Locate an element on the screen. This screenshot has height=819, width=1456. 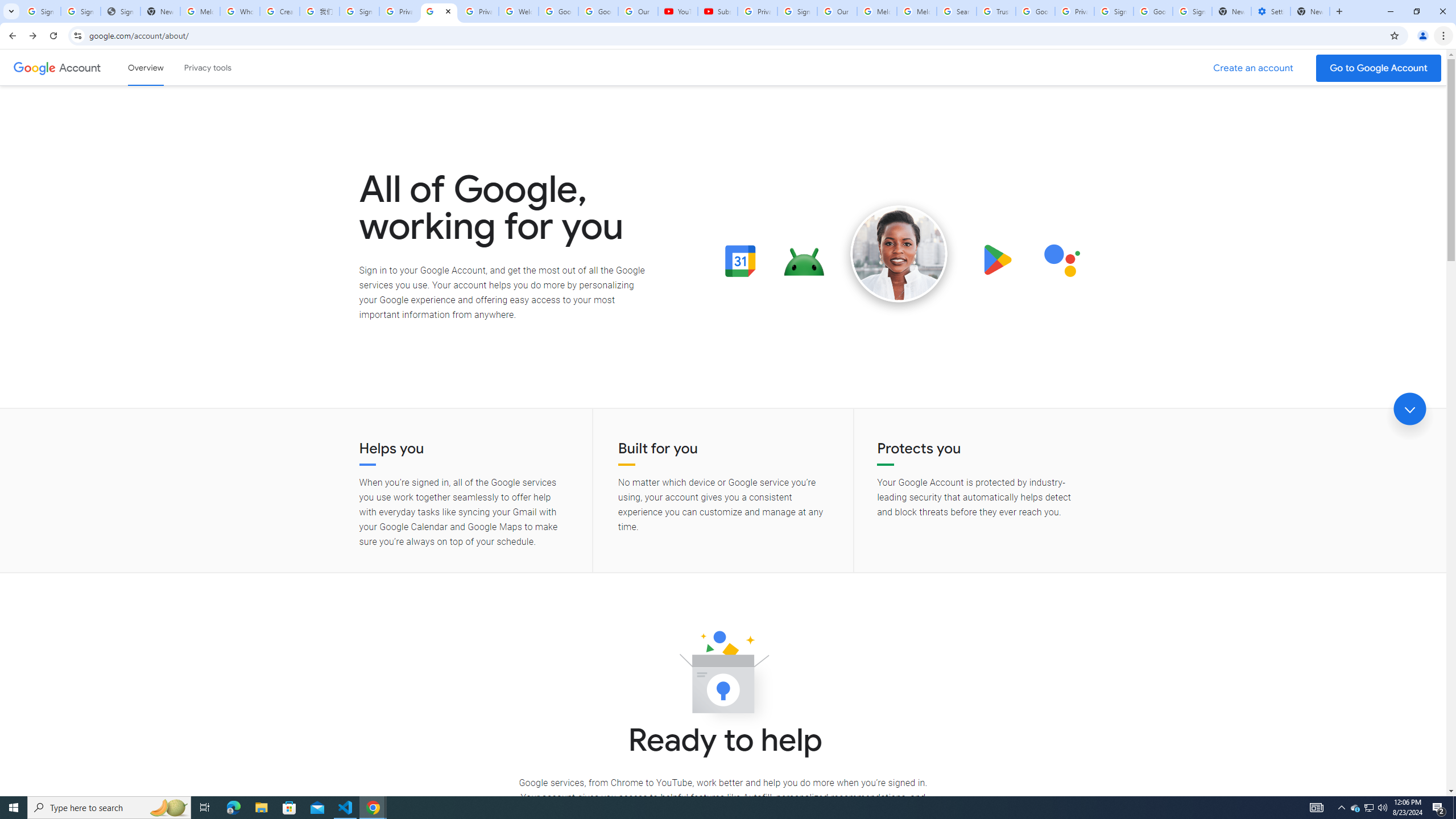
'Go to your Google Account' is located at coordinates (1379, 68).